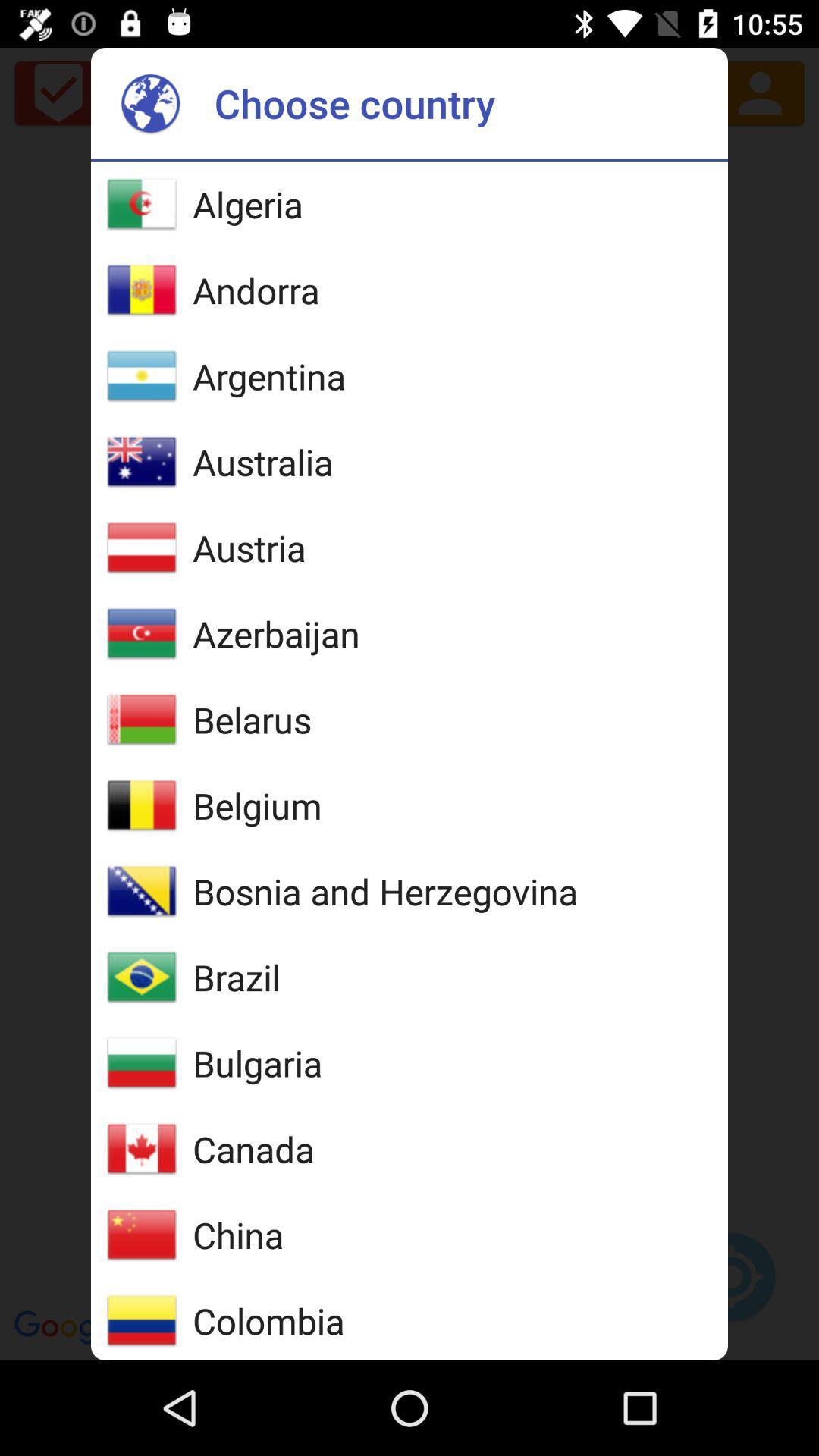 The width and height of the screenshot is (819, 1456). What do you see at coordinates (253, 1149) in the screenshot?
I see `canada` at bounding box center [253, 1149].